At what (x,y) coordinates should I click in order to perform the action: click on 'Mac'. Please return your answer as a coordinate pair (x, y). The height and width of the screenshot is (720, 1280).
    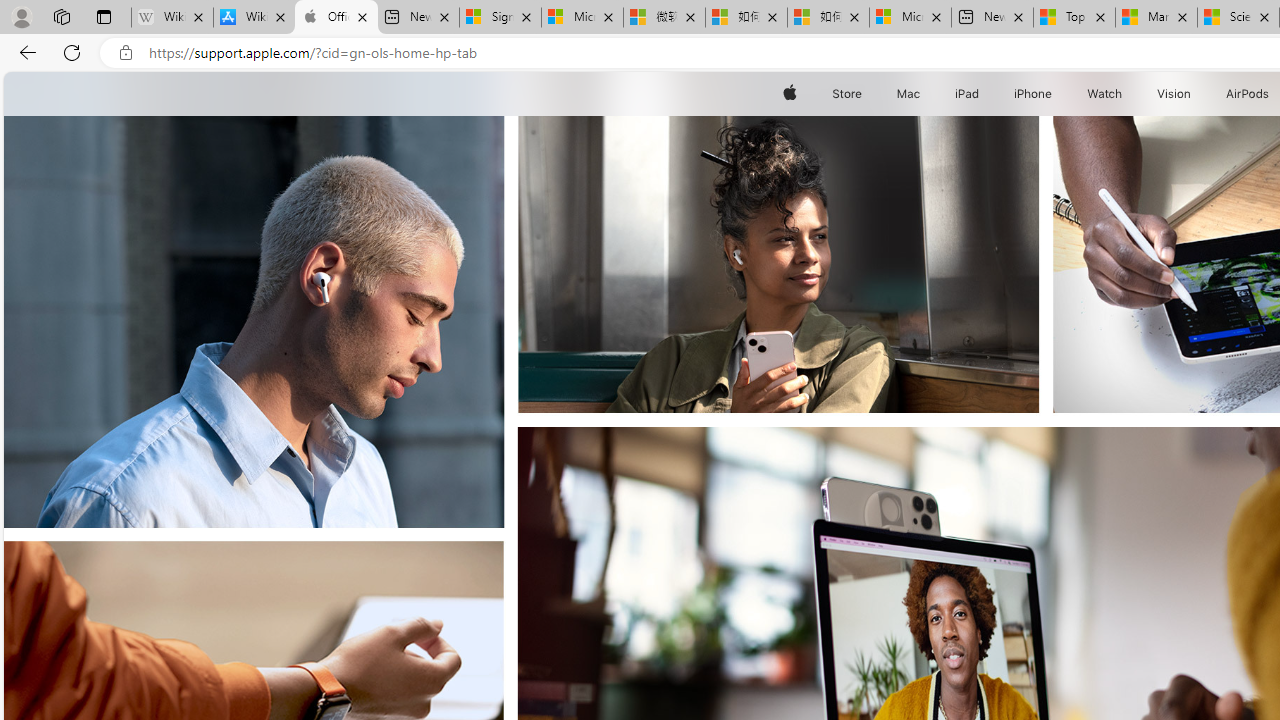
    Looking at the image, I should click on (907, 93).